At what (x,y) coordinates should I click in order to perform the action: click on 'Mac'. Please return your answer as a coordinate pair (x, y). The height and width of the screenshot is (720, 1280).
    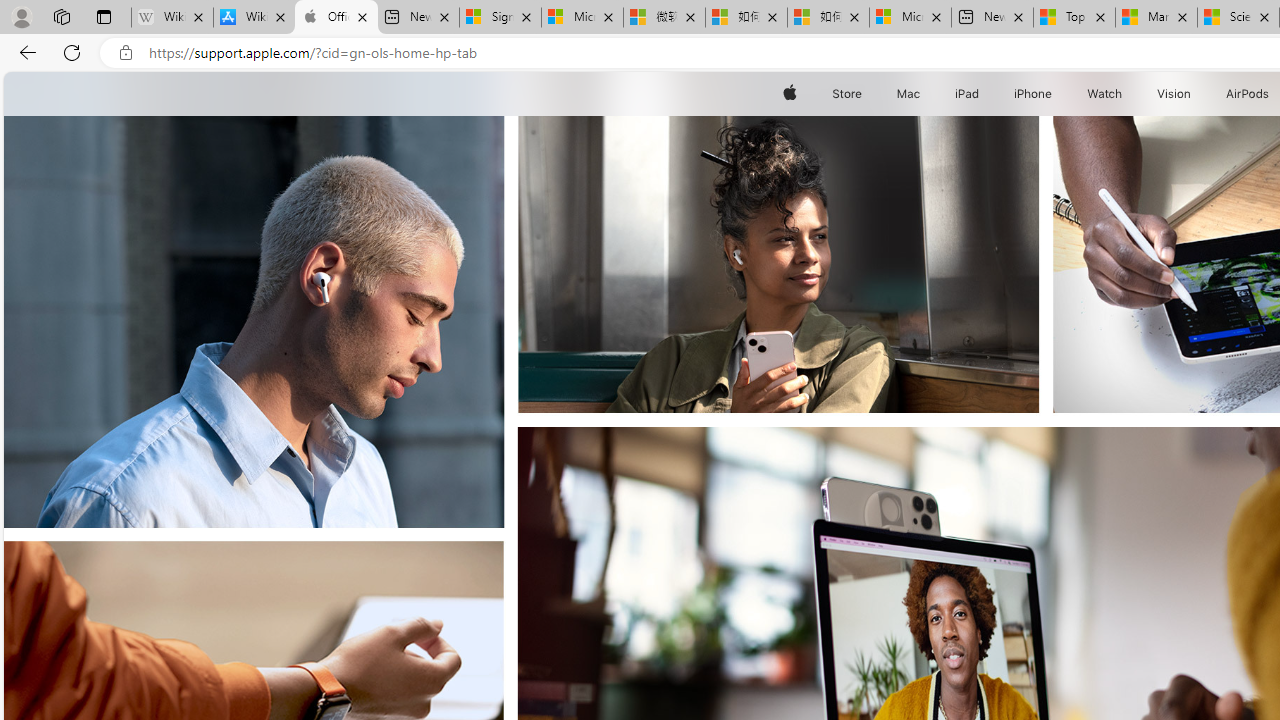
    Looking at the image, I should click on (907, 93).